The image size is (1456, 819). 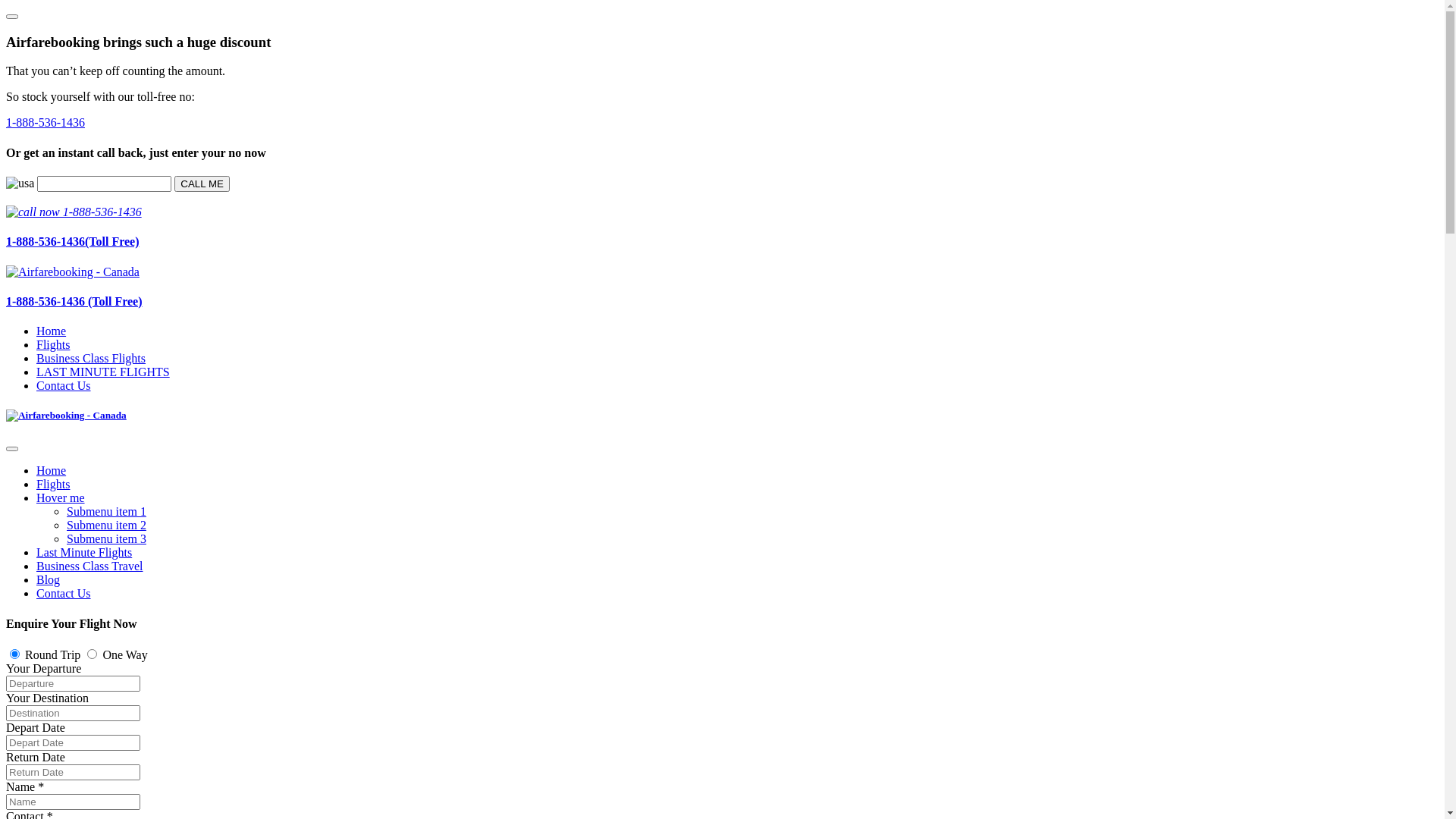 What do you see at coordinates (48, 579) in the screenshot?
I see `'Blog'` at bounding box center [48, 579].